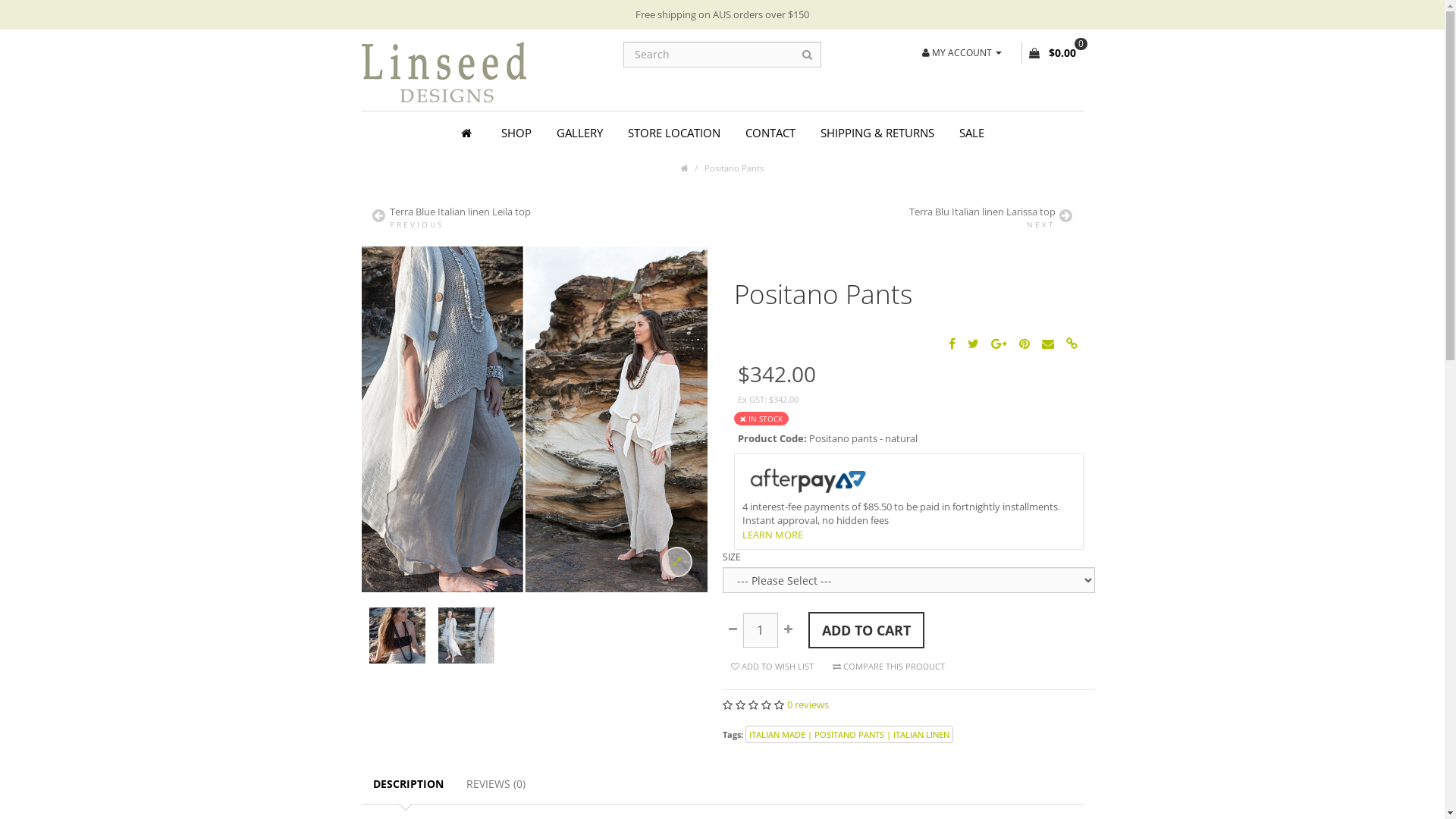  What do you see at coordinates (407, 783) in the screenshot?
I see `'DESCRIPTION'` at bounding box center [407, 783].